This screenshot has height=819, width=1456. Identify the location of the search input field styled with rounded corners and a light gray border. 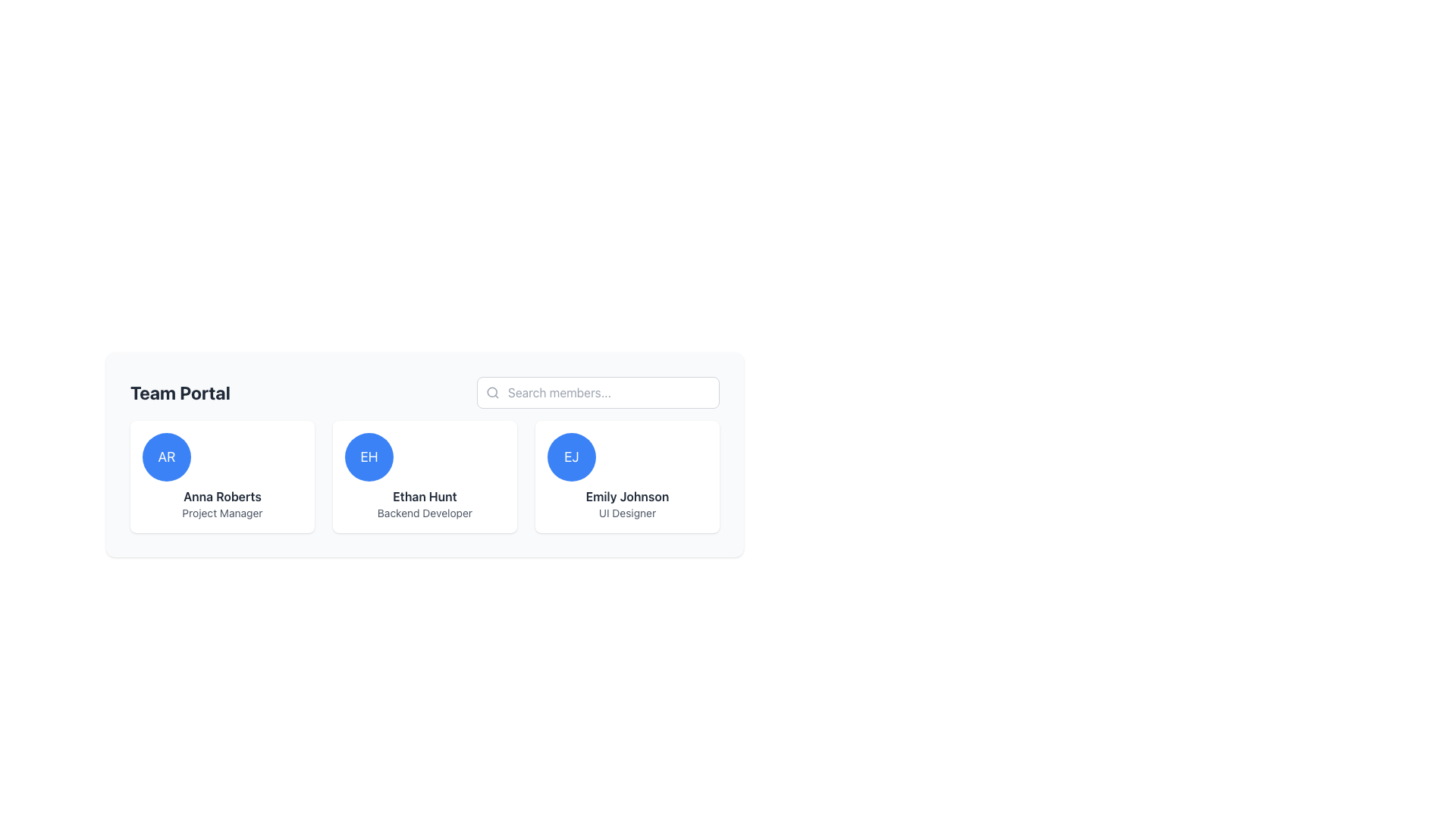
(597, 391).